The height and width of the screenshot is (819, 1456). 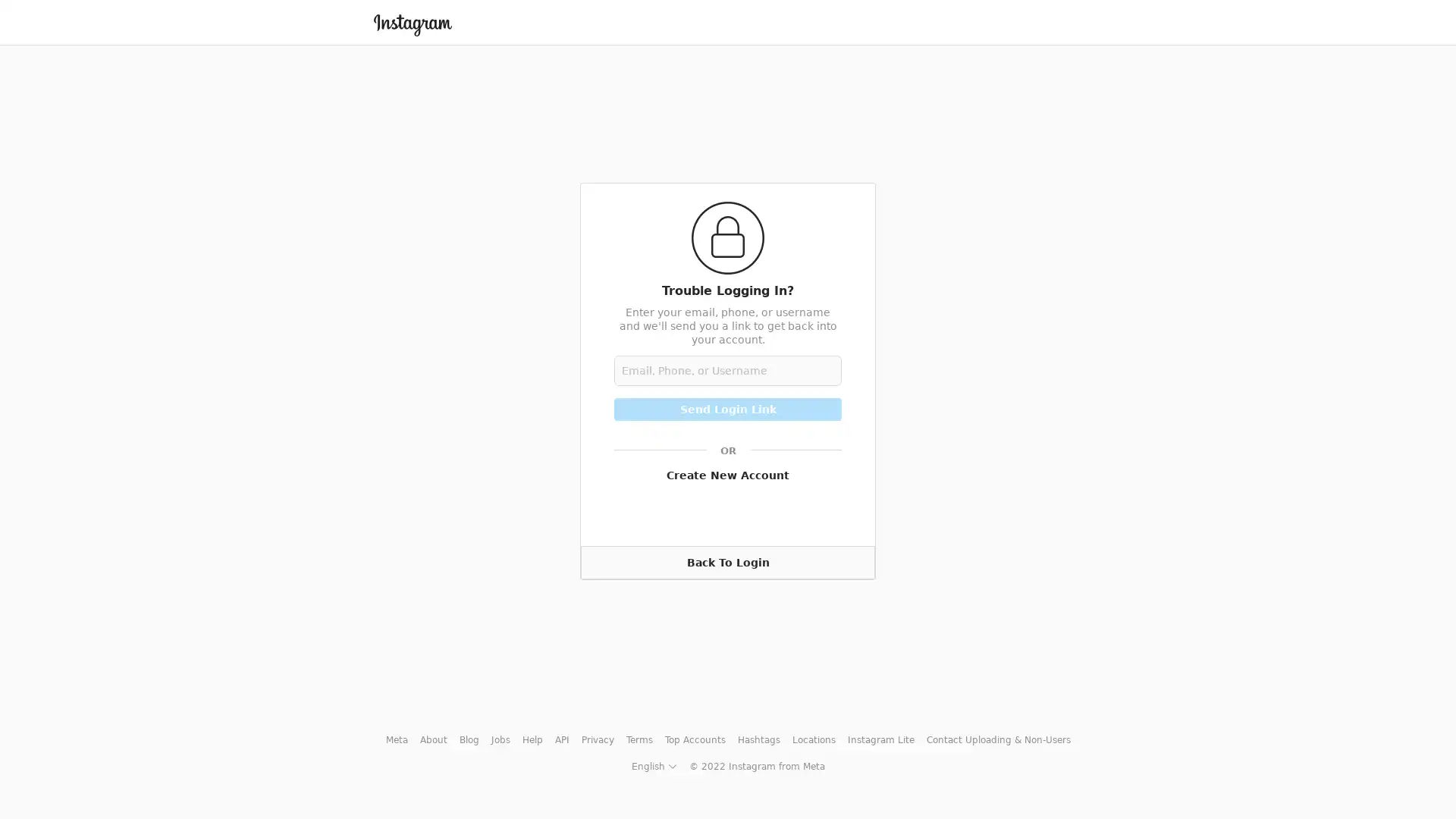 I want to click on Send Login Link, so click(x=728, y=409).